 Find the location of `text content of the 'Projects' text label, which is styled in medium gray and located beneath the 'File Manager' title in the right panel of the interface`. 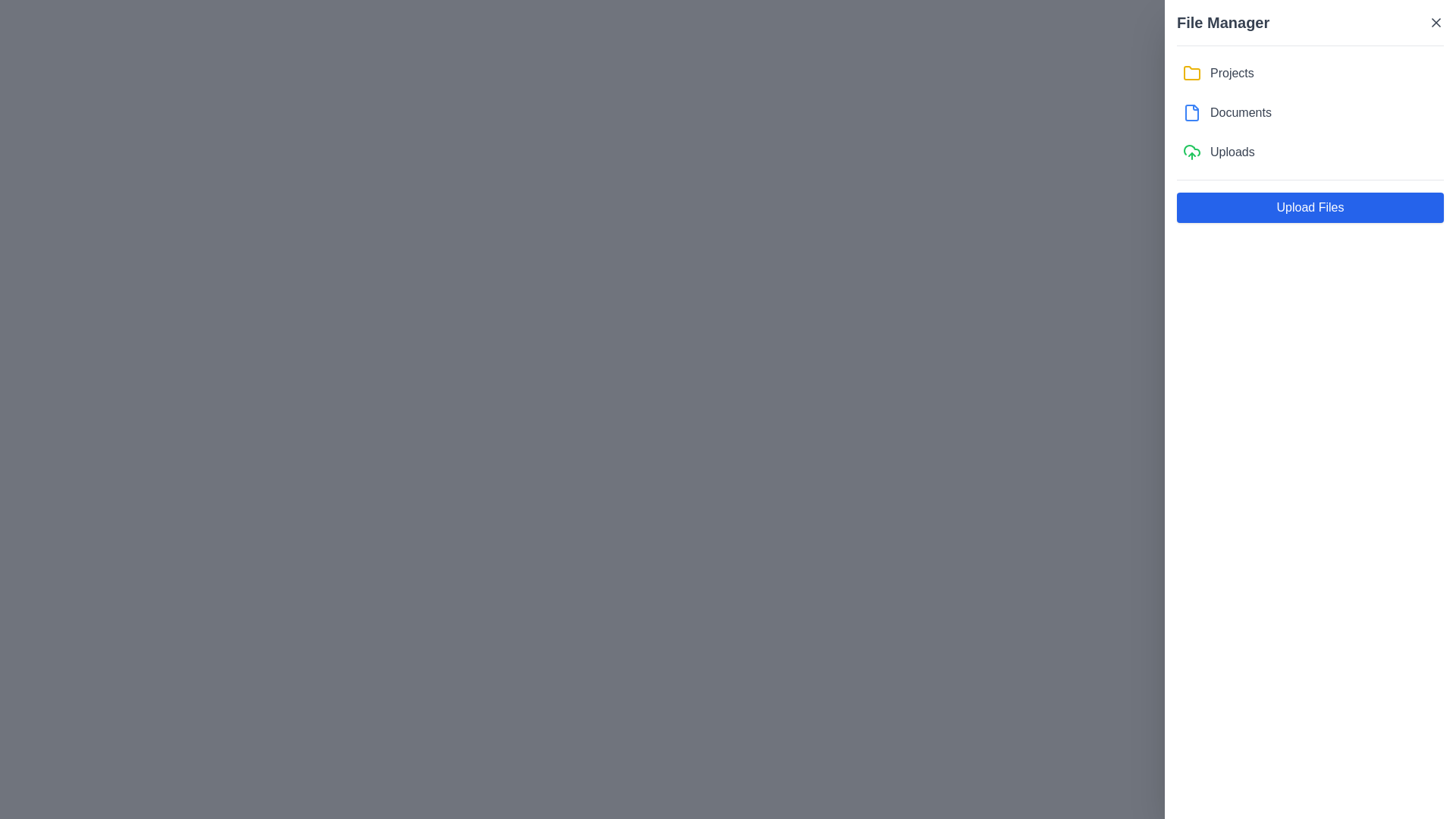

text content of the 'Projects' text label, which is styled in medium gray and located beneath the 'File Manager' title in the right panel of the interface is located at coordinates (1232, 73).